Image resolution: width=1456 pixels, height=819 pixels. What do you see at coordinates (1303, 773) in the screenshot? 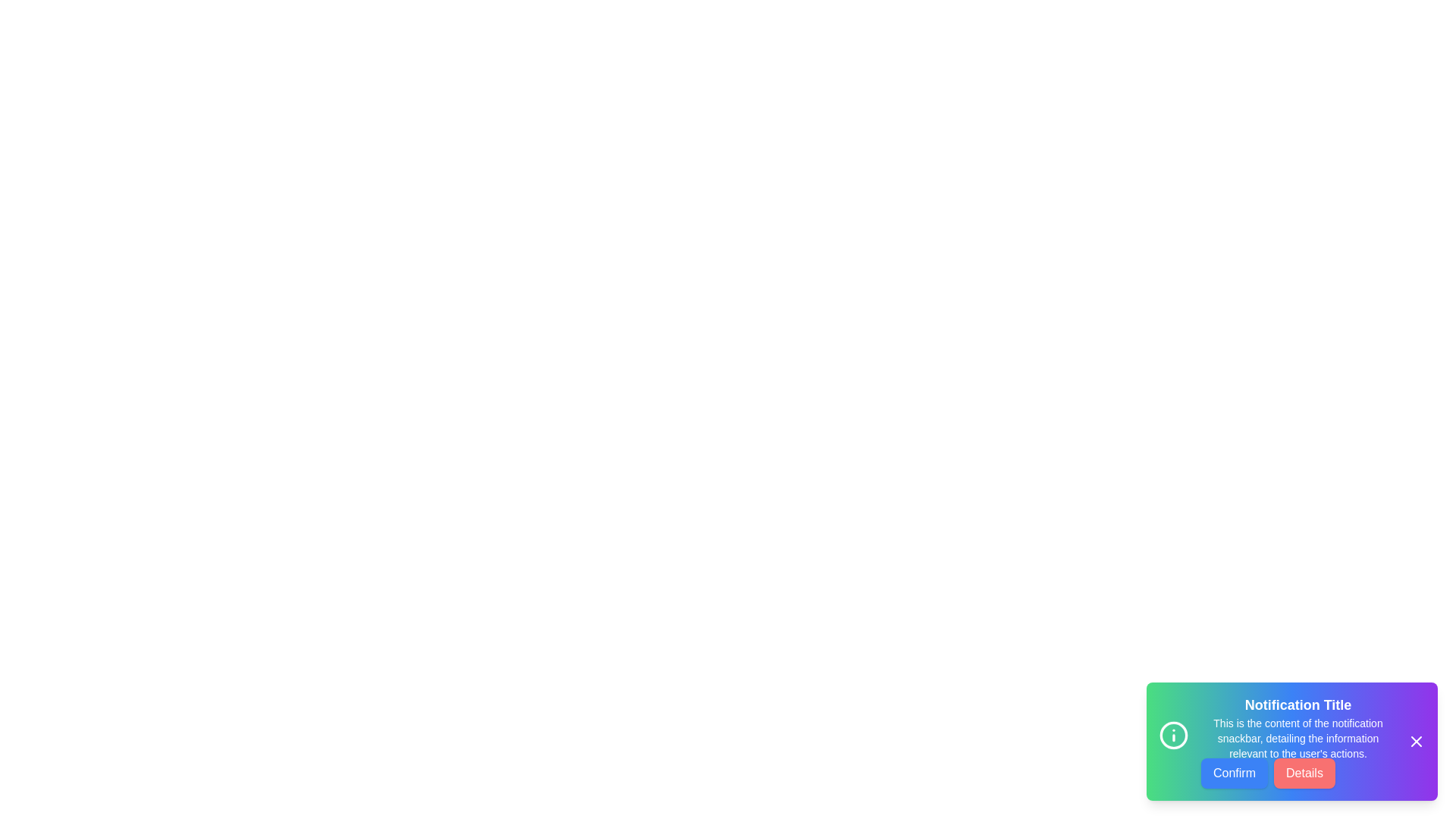
I see `the 'Details' button in the notification snackbar` at bounding box center [1303, 773].